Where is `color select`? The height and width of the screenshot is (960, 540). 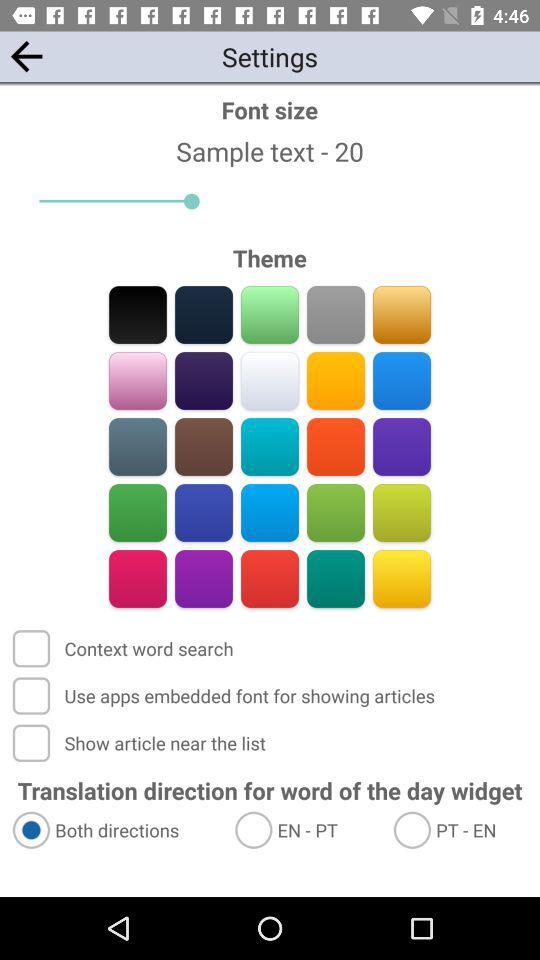
color select is located at coordinates (335, 578).